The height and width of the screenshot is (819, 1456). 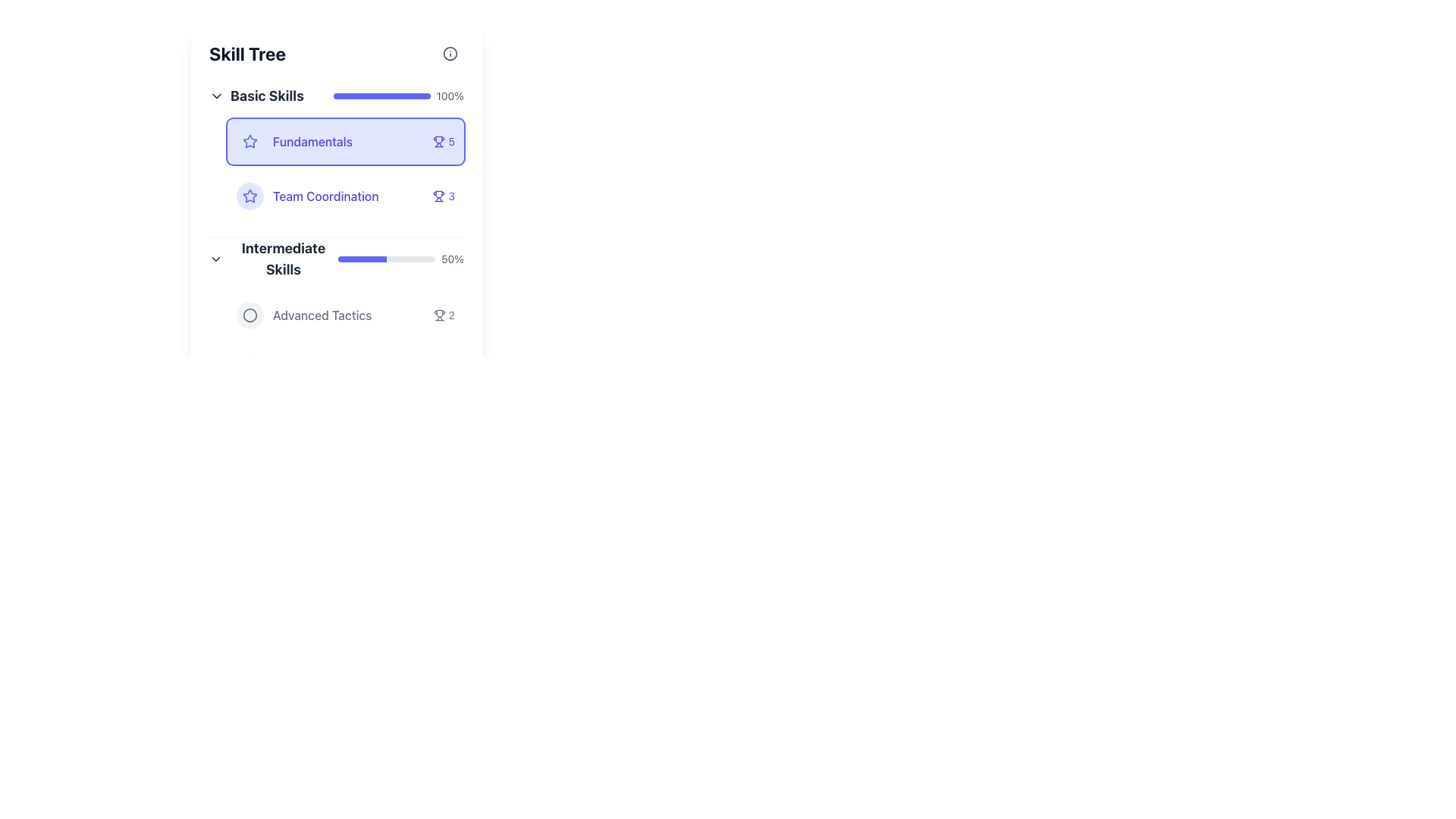 What do you see at coordinates (438, 140) in the screenshot?
I see `the trophy icon representing achievements in the 'Fundamentals' section of the 'Basic Skills' category` at bounding box center [438, 140].